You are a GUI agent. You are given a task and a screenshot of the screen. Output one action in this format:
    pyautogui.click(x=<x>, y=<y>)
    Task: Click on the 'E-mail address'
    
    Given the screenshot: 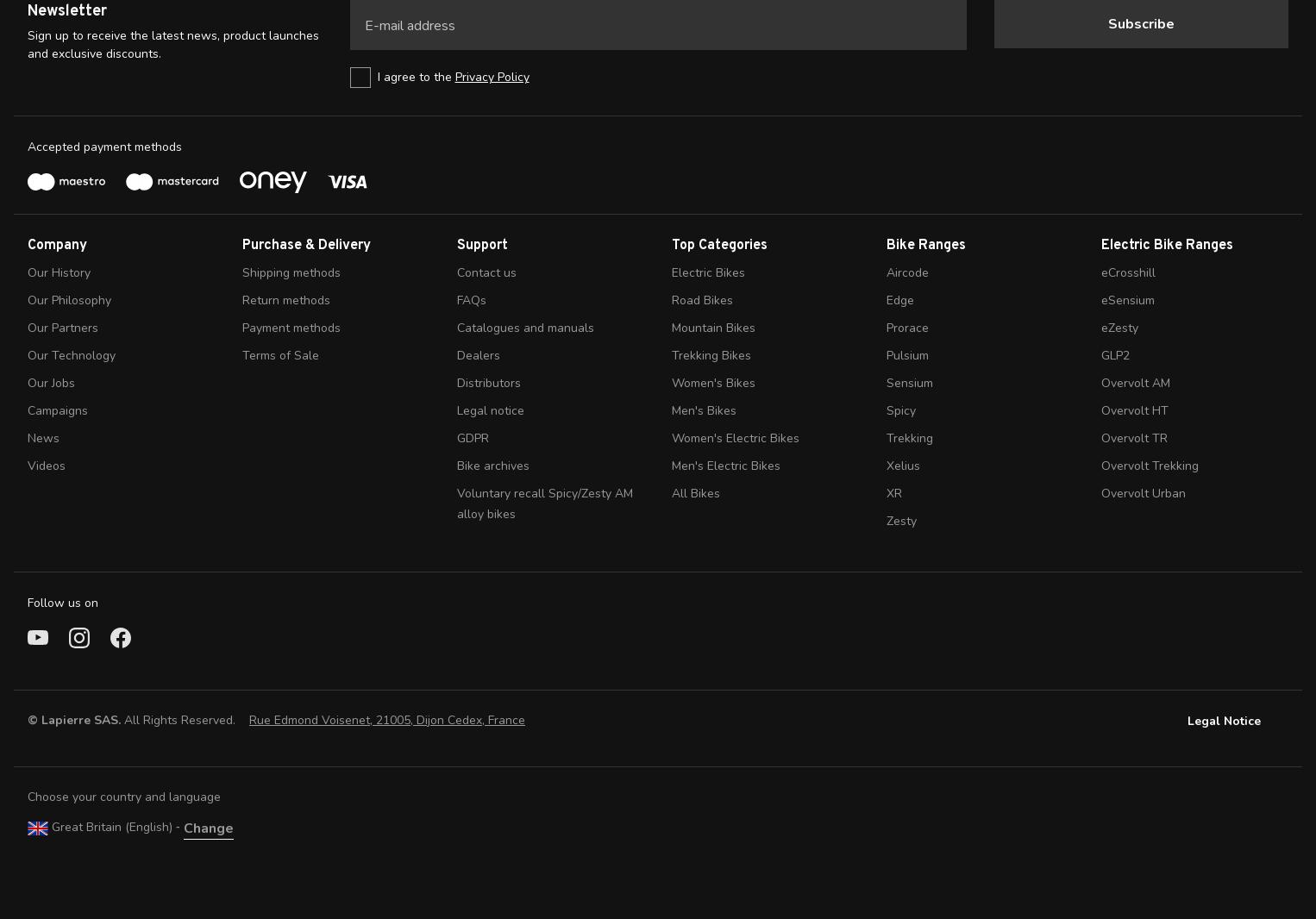 What is the action you would take?
    pyautogui.click(x=408, y=23)
    